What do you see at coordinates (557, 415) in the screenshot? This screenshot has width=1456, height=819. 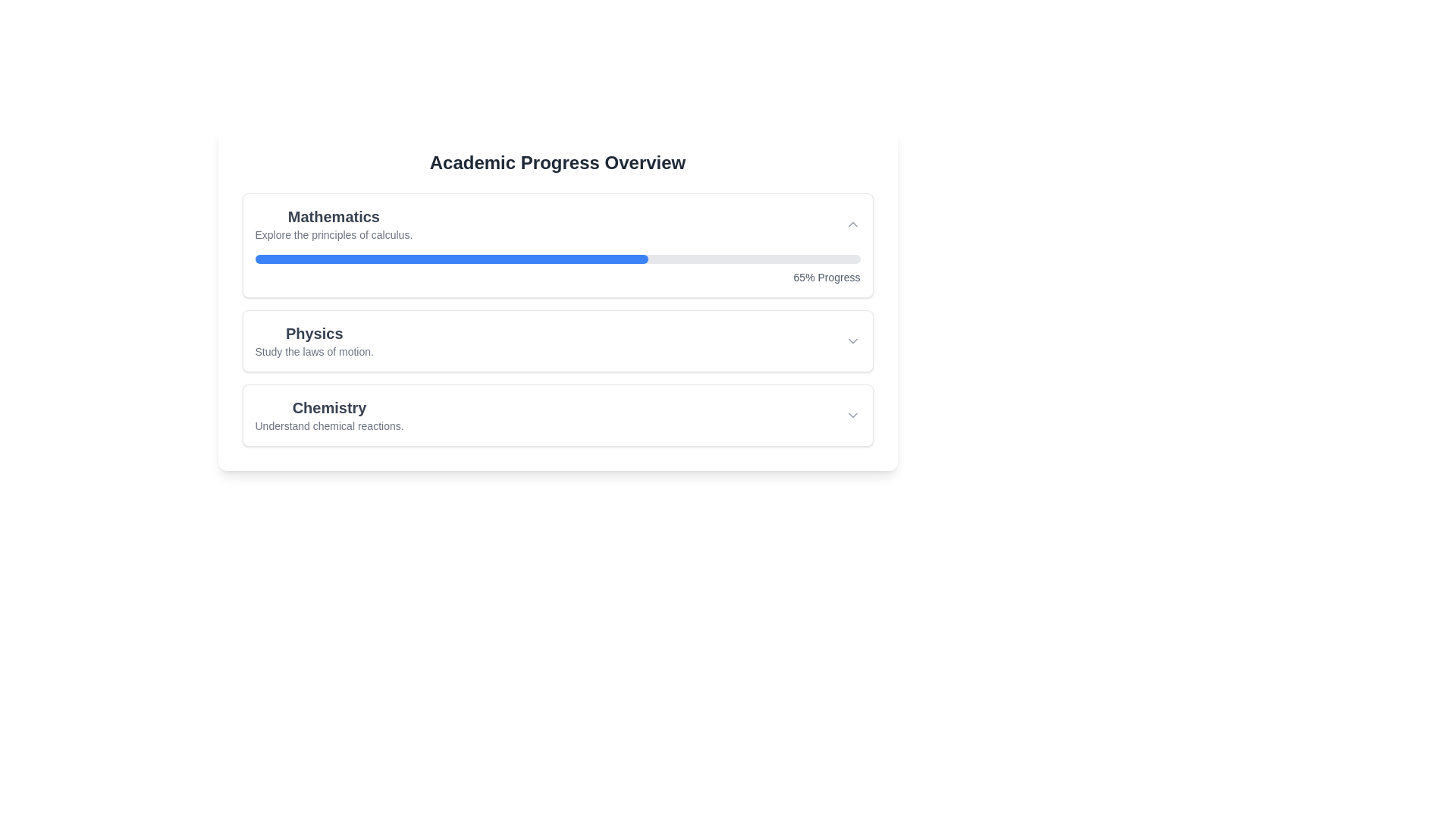 I see `the third Interactive List Item labeled 'Chemistry'` at bounding box center [557, 415].